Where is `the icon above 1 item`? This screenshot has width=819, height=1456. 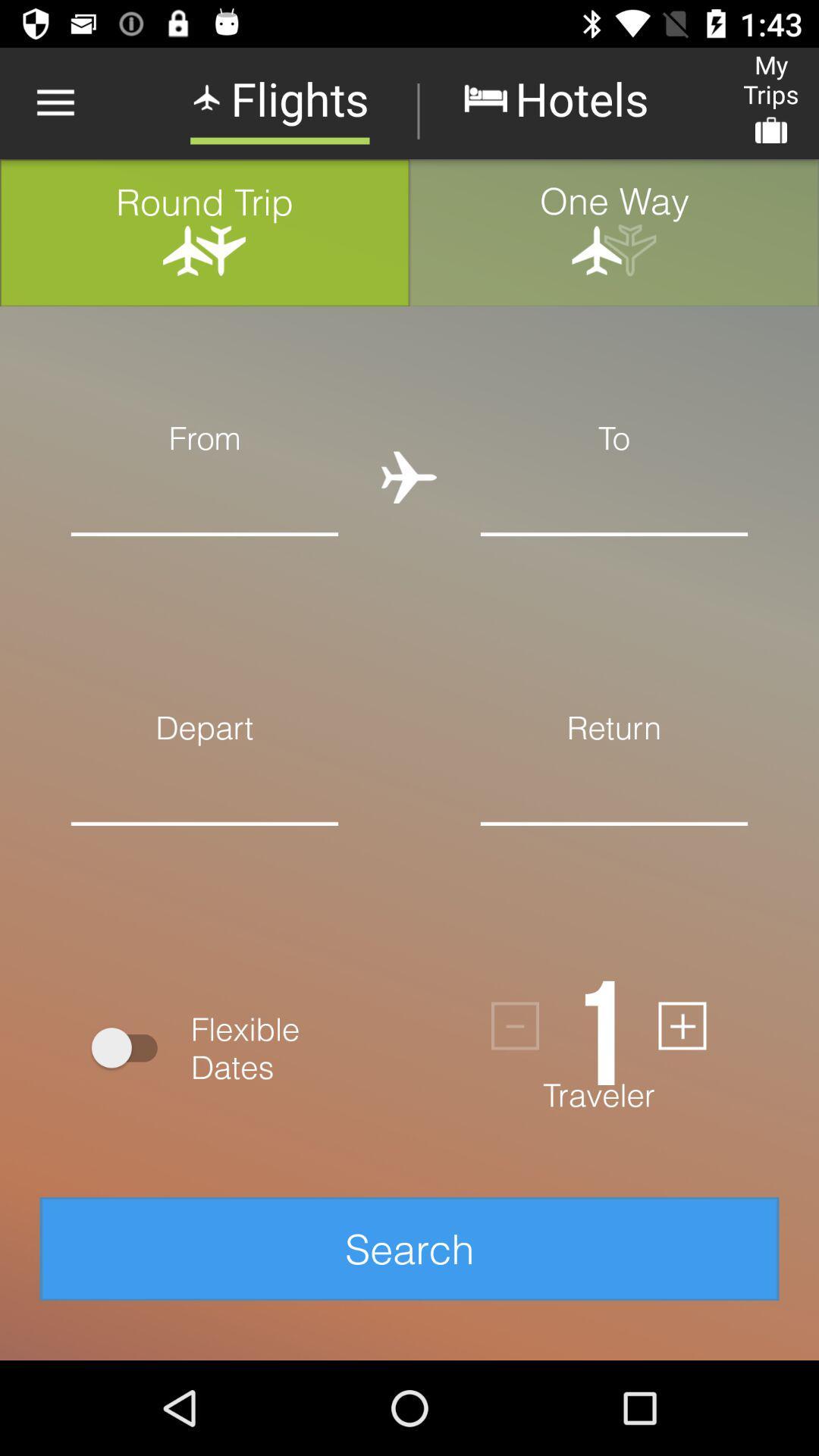 the icon above 1 item is located at coordinates (614, 846).